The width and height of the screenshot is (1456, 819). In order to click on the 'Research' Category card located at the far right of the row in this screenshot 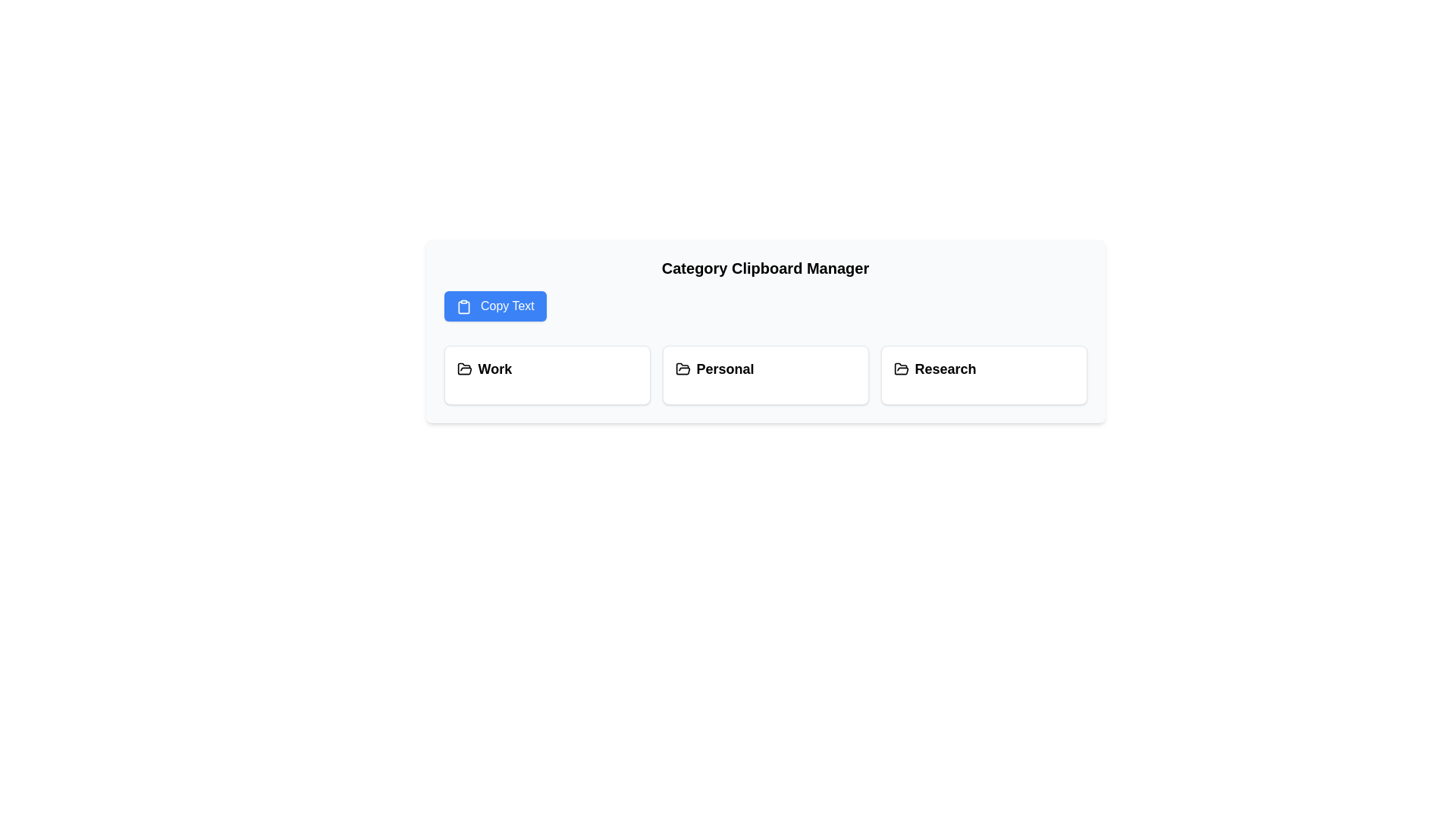, I will do `click(984, 375)`.